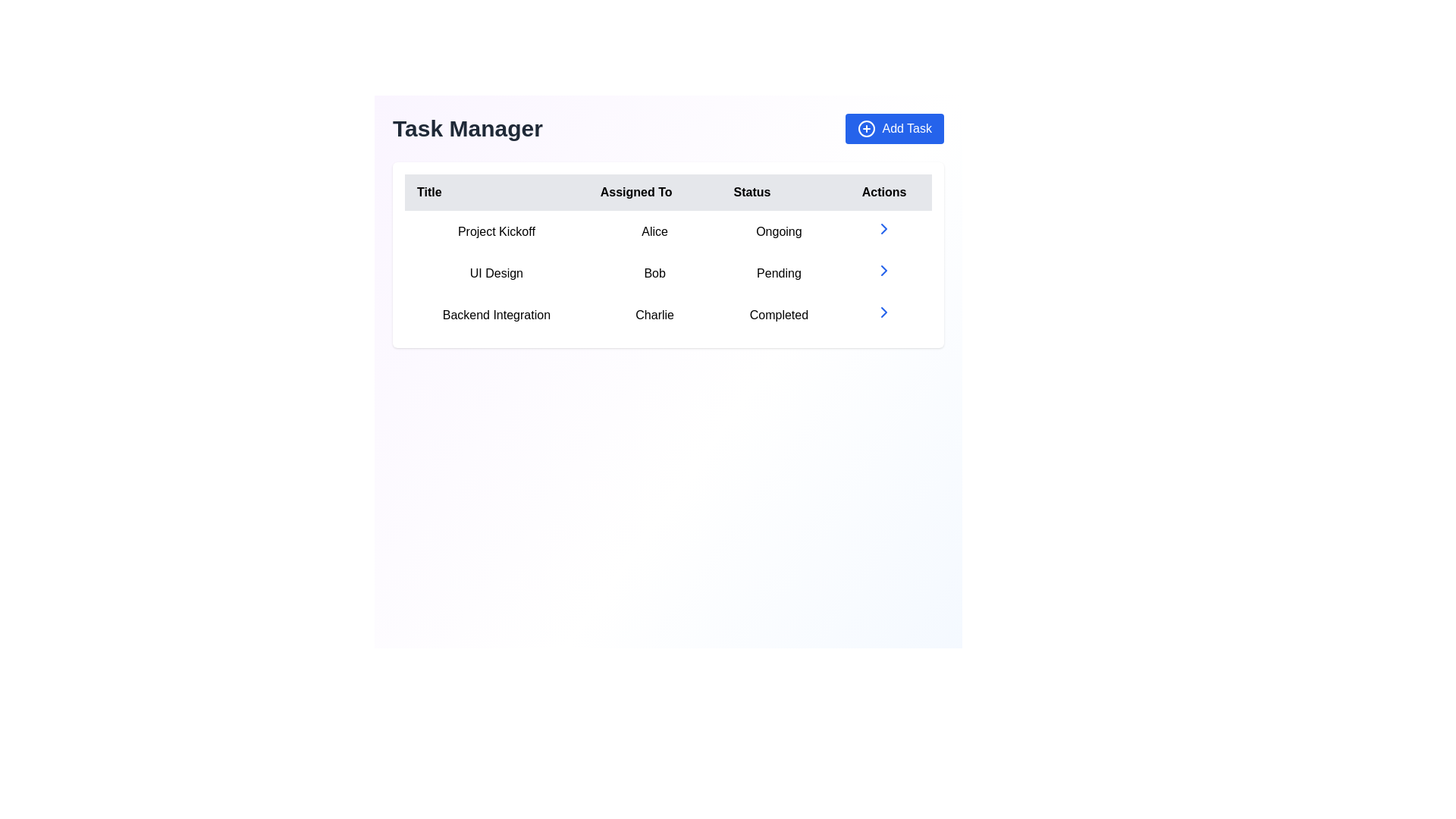 The width and height of the screenshot is (1456, 819). What do you see at coordinates (884, 228) in the screenshot?
I see `the button icon associated with the 'Project Kickoff' task in the first row of the task list` at bounding box center [884, 228].